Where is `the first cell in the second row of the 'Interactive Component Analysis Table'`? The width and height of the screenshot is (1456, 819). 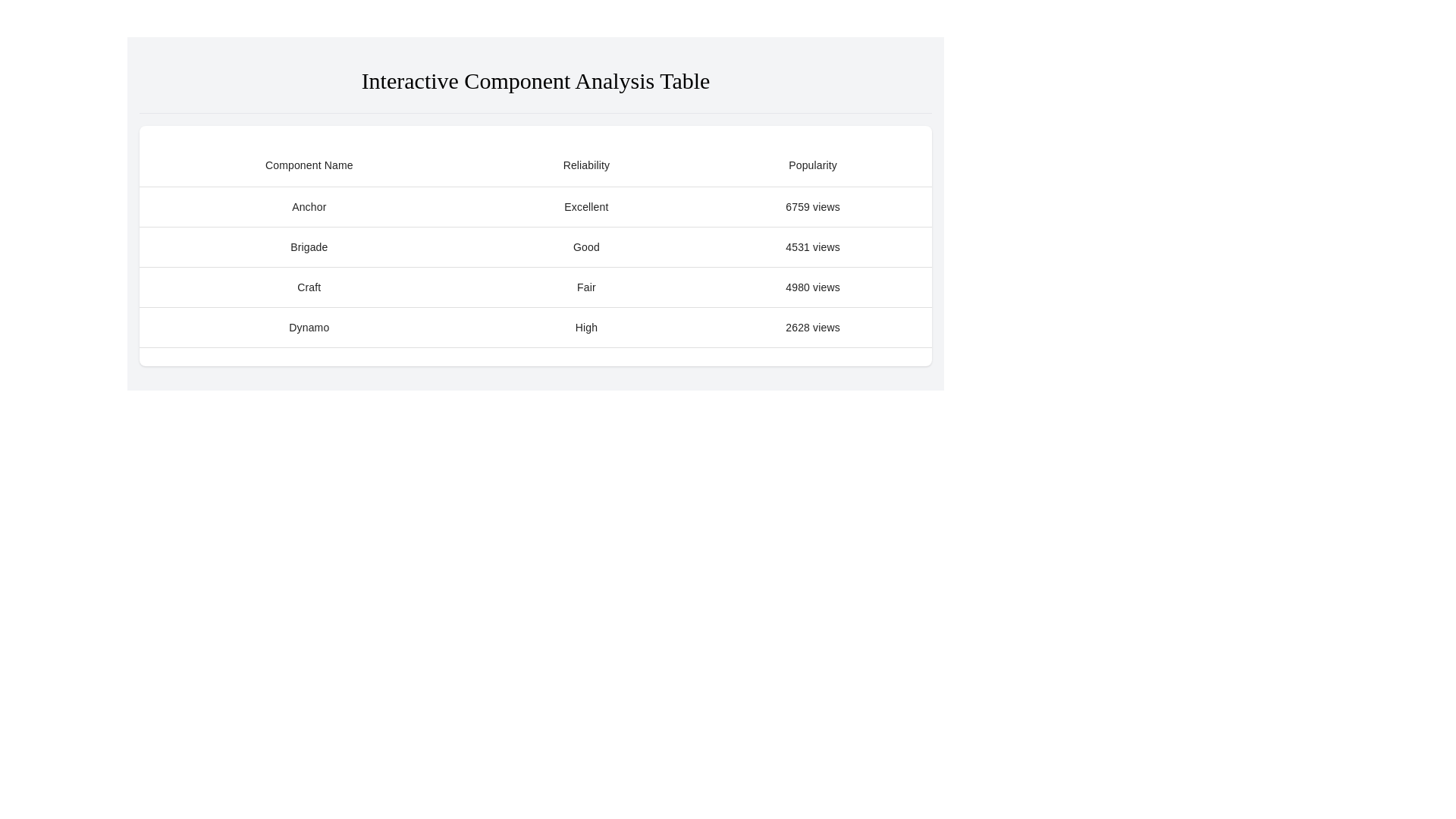 the first cell in the second row of the 'Interactive Component Analysis Table' is located at coordinates (308, 246).